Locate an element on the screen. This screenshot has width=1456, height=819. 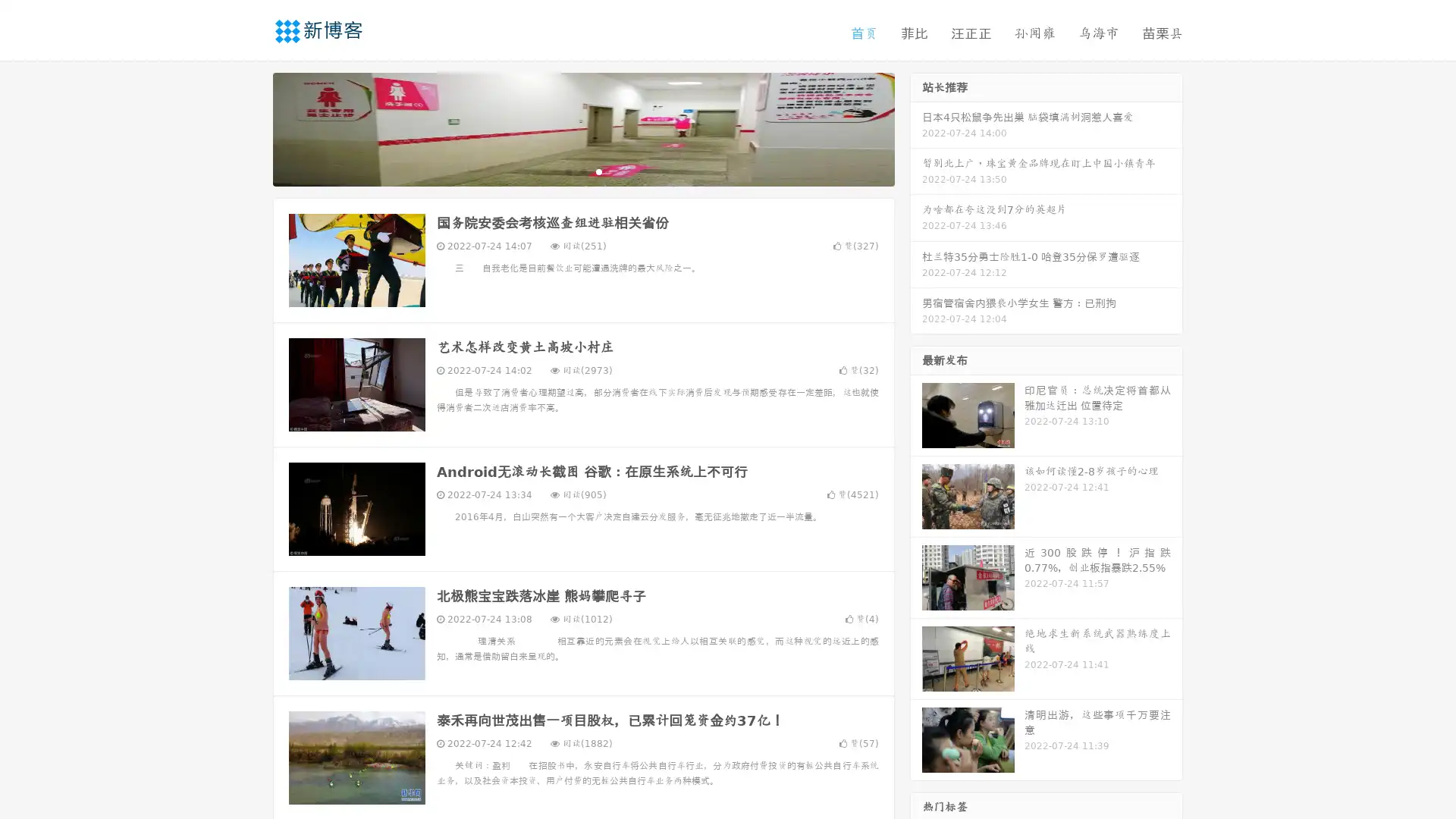
Go to slide 1 is located at coordinates (567, 171).